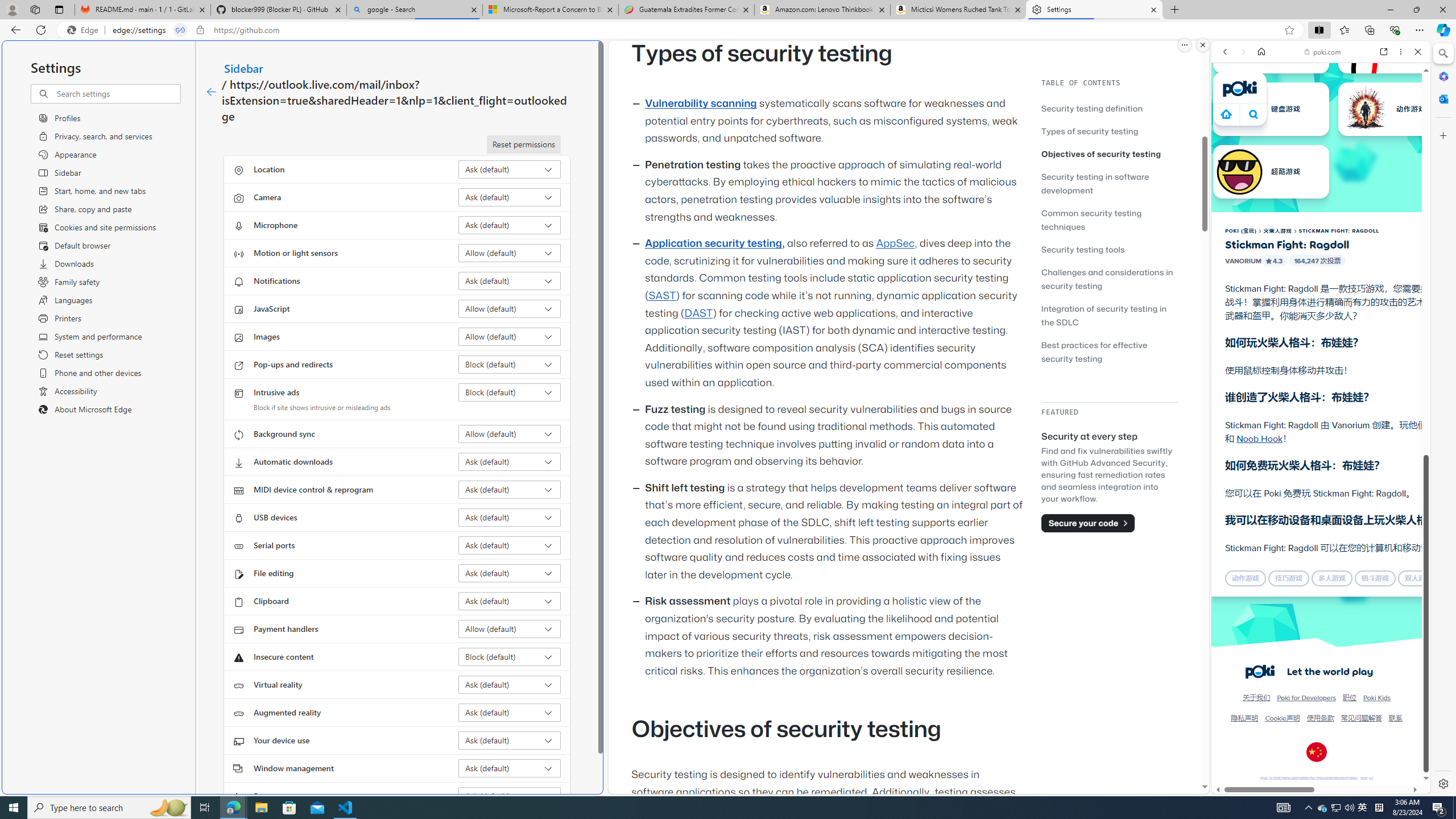 Image resolution: width=1456 pixels, height=819 pixels. Describe the element at coordinates (510, 169) in the screenshot. I see `'Location Ask (default)'` at that location.